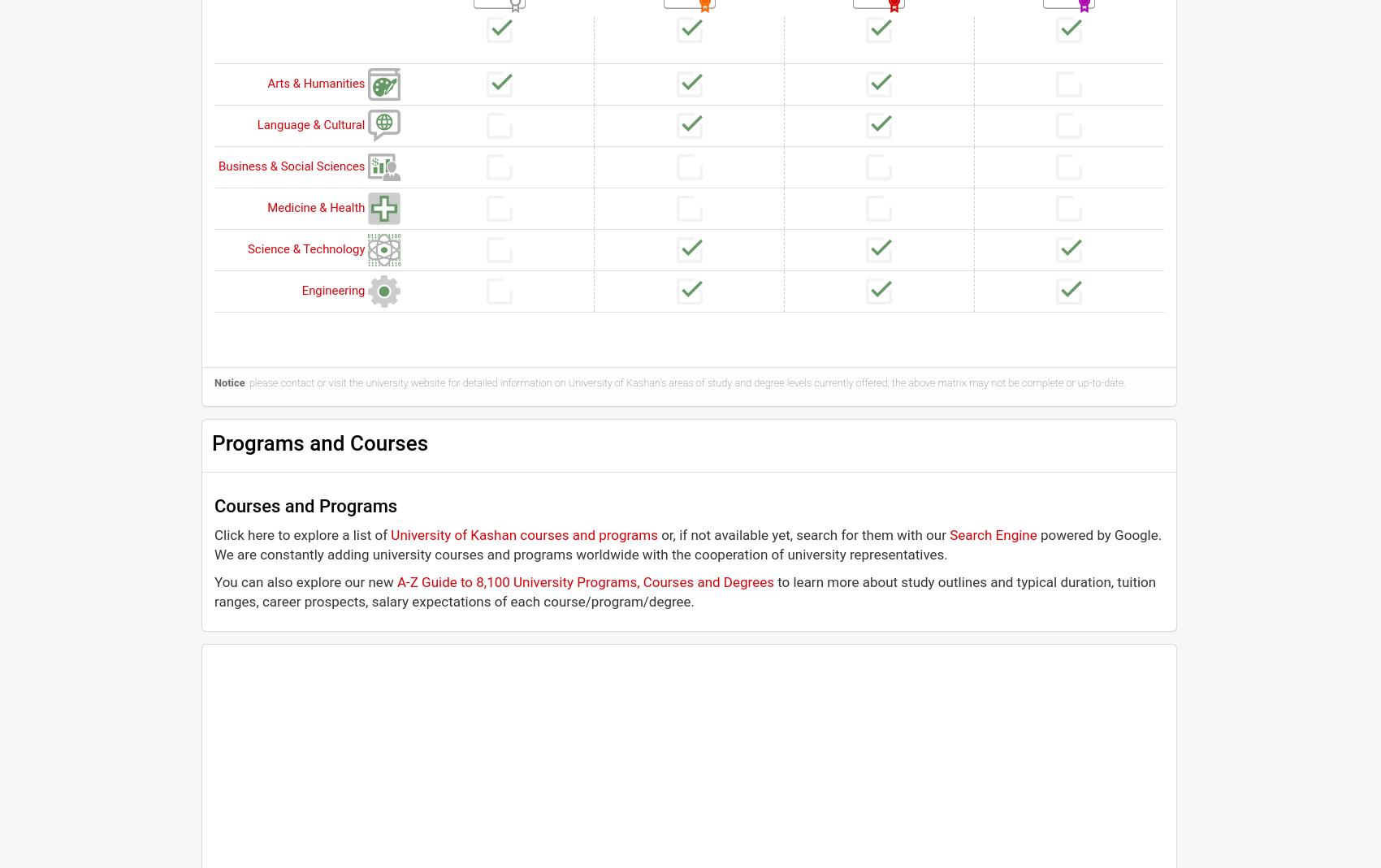 This screenshot has width=1381, height=868. Describe the element at coordinates (584, 581) in the screenshot. I see `'A-Z Guide to 8,100 University Programs, Courses and Degrees'` at that location.